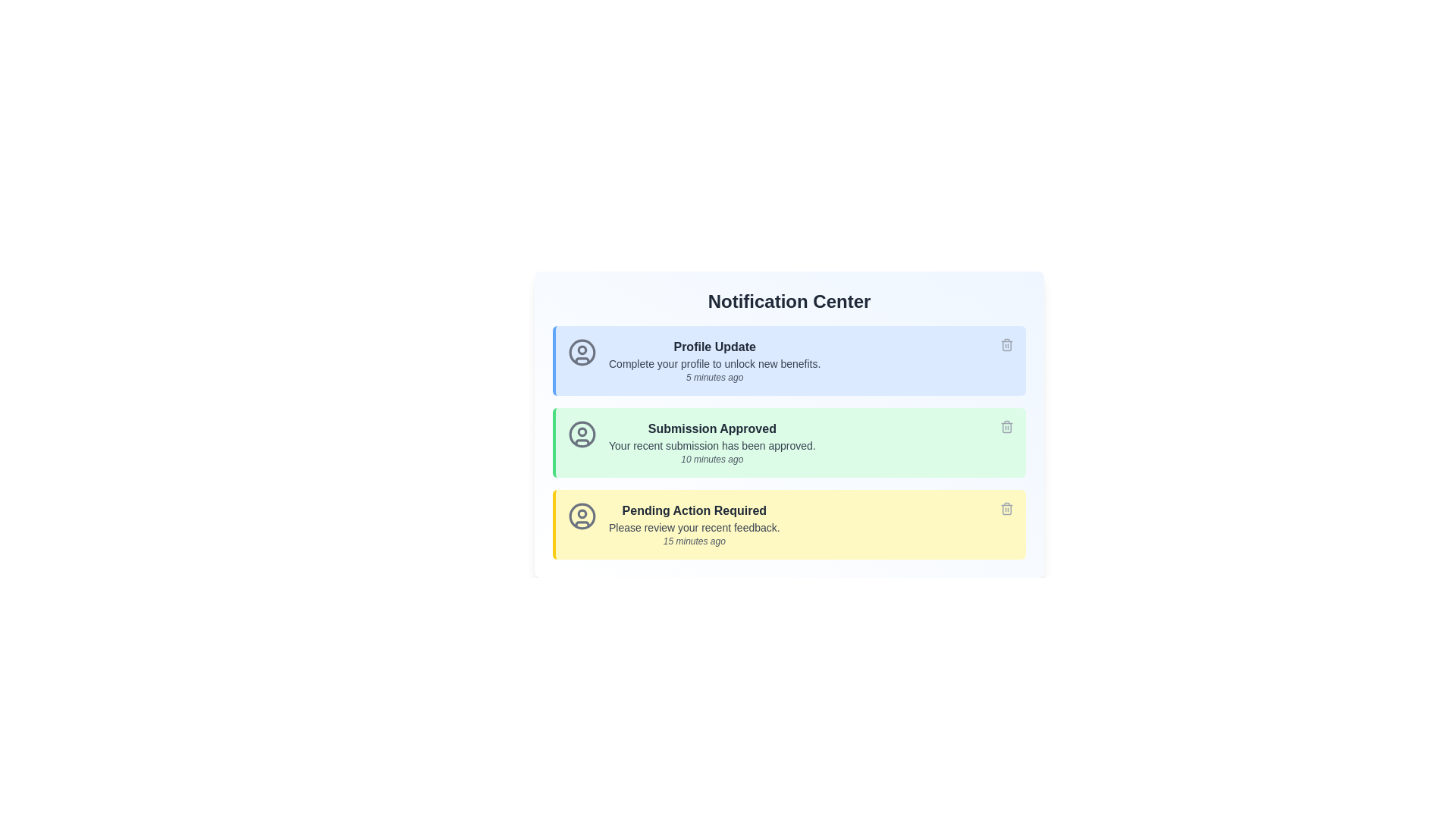 The image size is (1456, 819). I want to click on the timestamp text label located beneath the message 'Please review your recent feedback.' in the third notification section, within the yellow-background area, so click(693, 540).